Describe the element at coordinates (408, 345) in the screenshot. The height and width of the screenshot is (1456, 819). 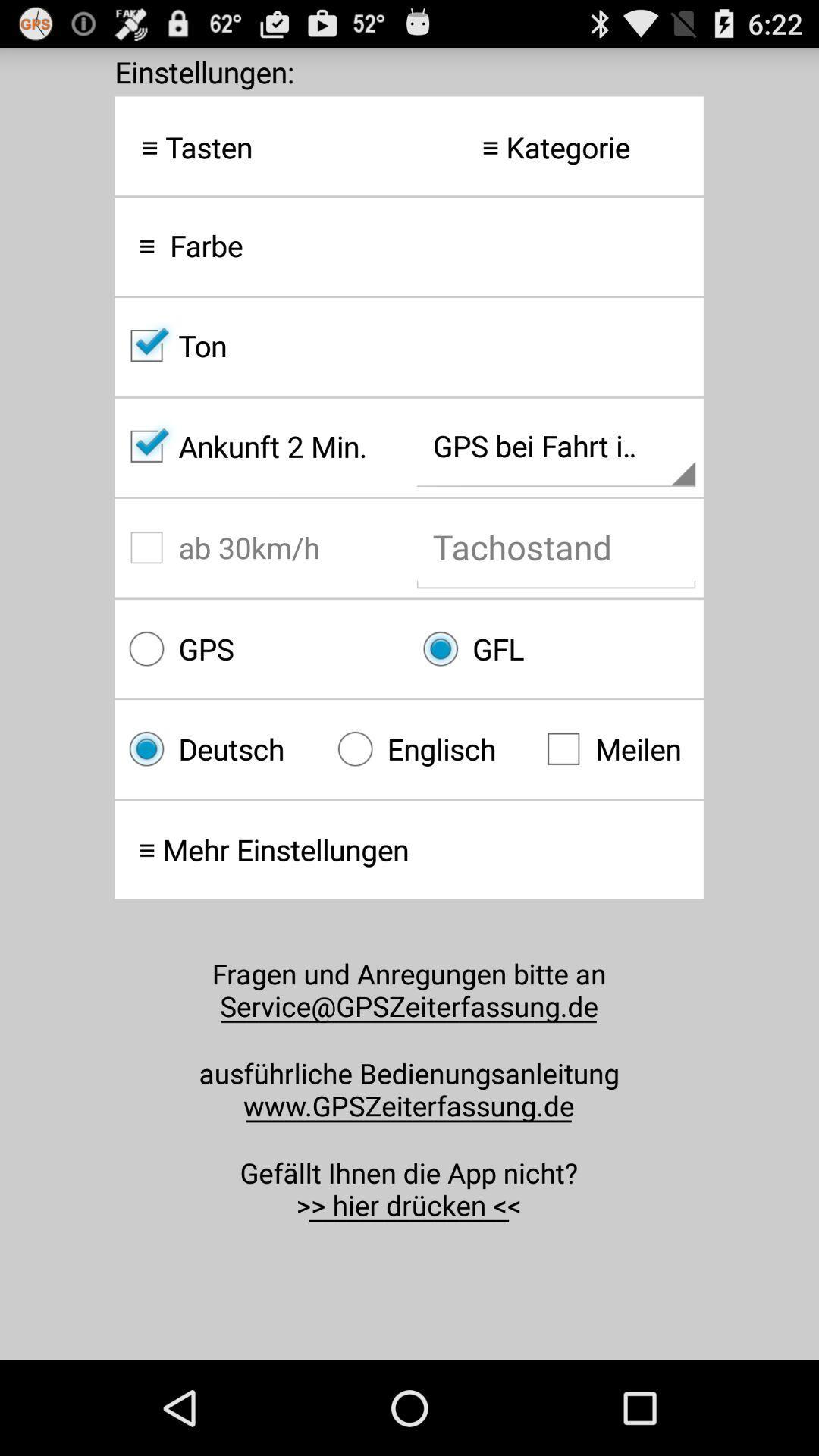
I see `the ton checkbox` at that location.